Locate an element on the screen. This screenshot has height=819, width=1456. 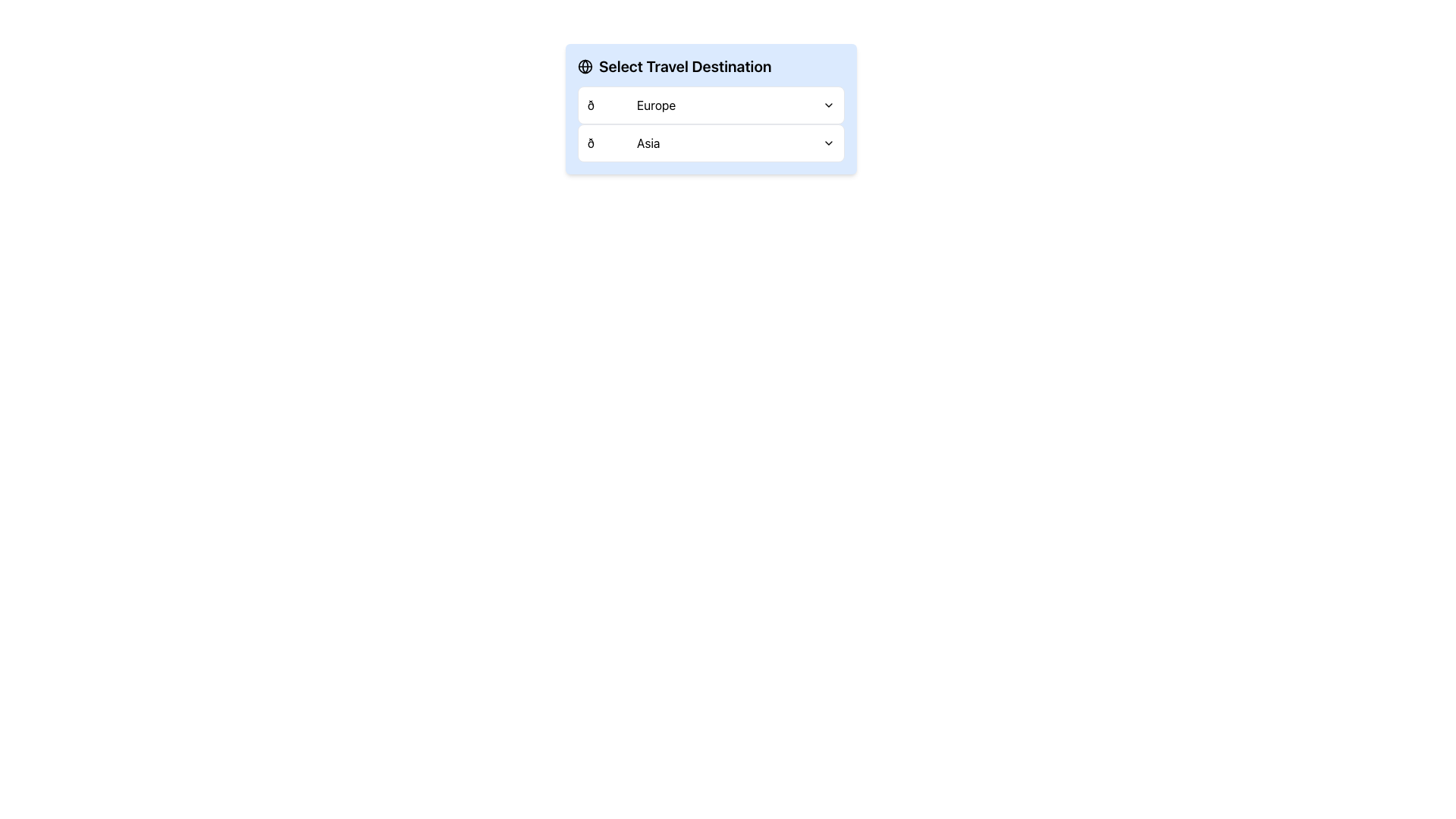
the globe emoji located to the left of the text 'Asia' within the dropdown options is located at coordinates (609, 143).